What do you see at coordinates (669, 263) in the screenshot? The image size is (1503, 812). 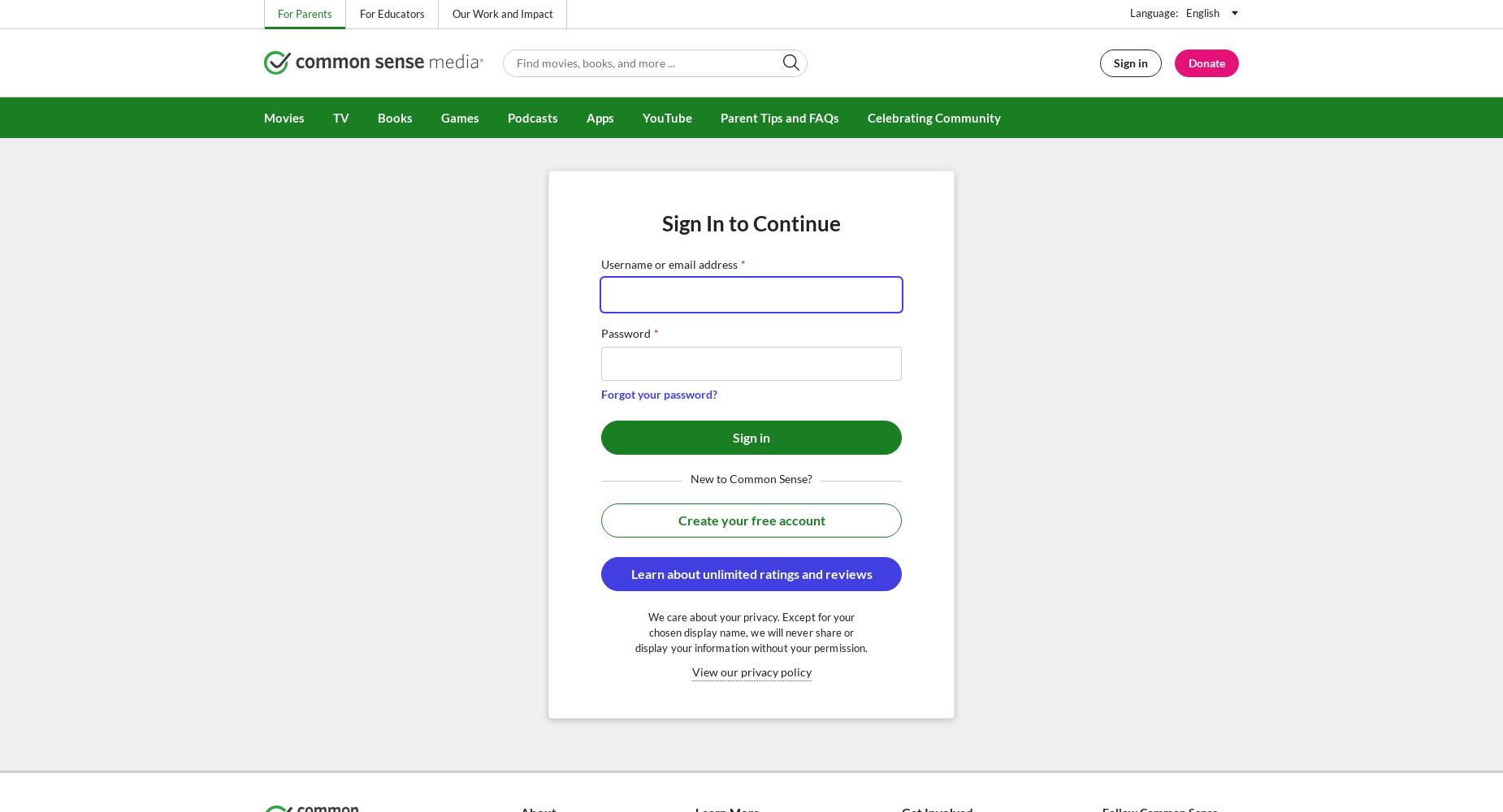 I see `'Username or email address'` at bounding box center [669, 263].